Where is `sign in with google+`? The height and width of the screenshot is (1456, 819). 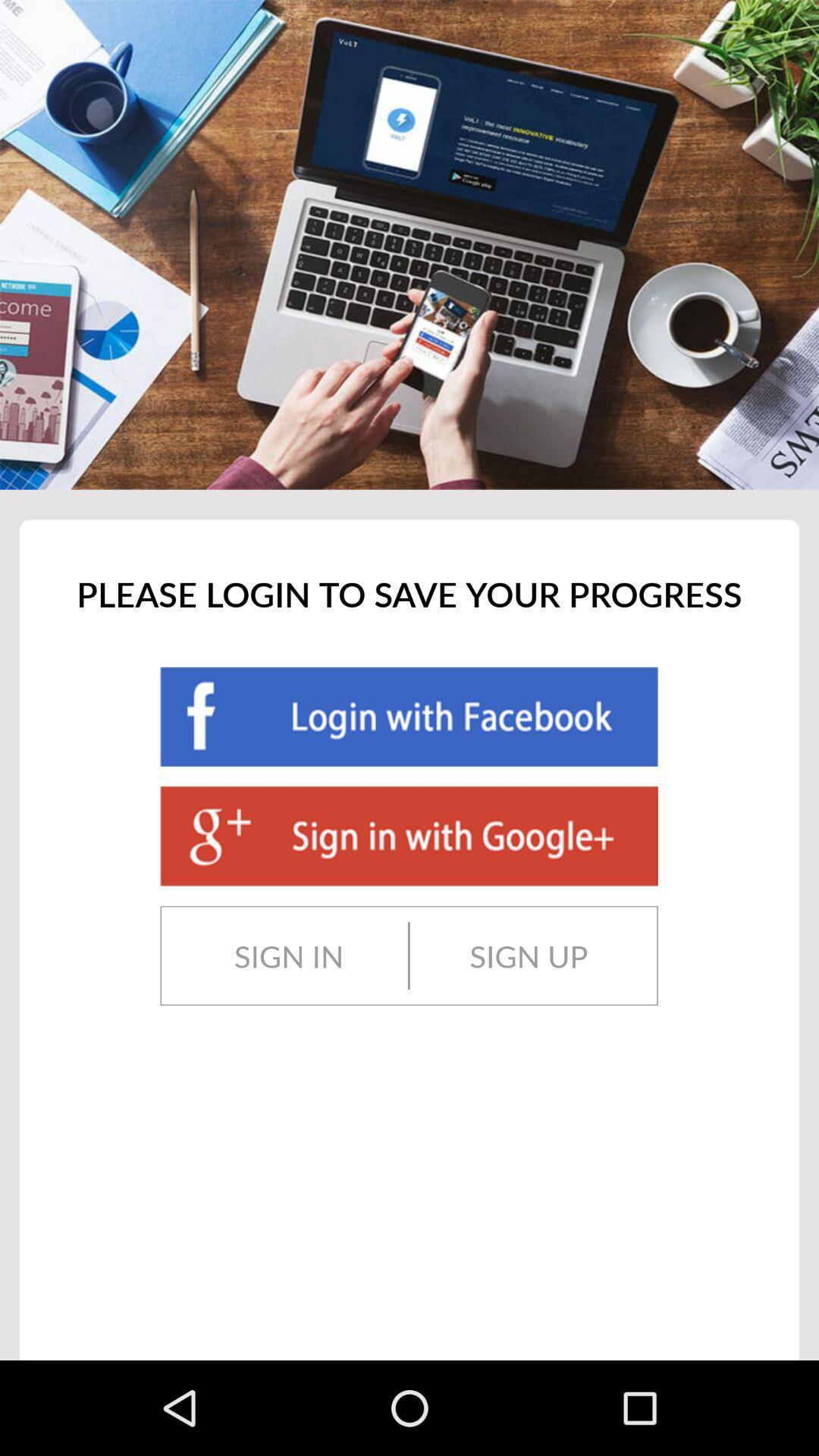 sign in with google+ is located at coordinates (408, 835).